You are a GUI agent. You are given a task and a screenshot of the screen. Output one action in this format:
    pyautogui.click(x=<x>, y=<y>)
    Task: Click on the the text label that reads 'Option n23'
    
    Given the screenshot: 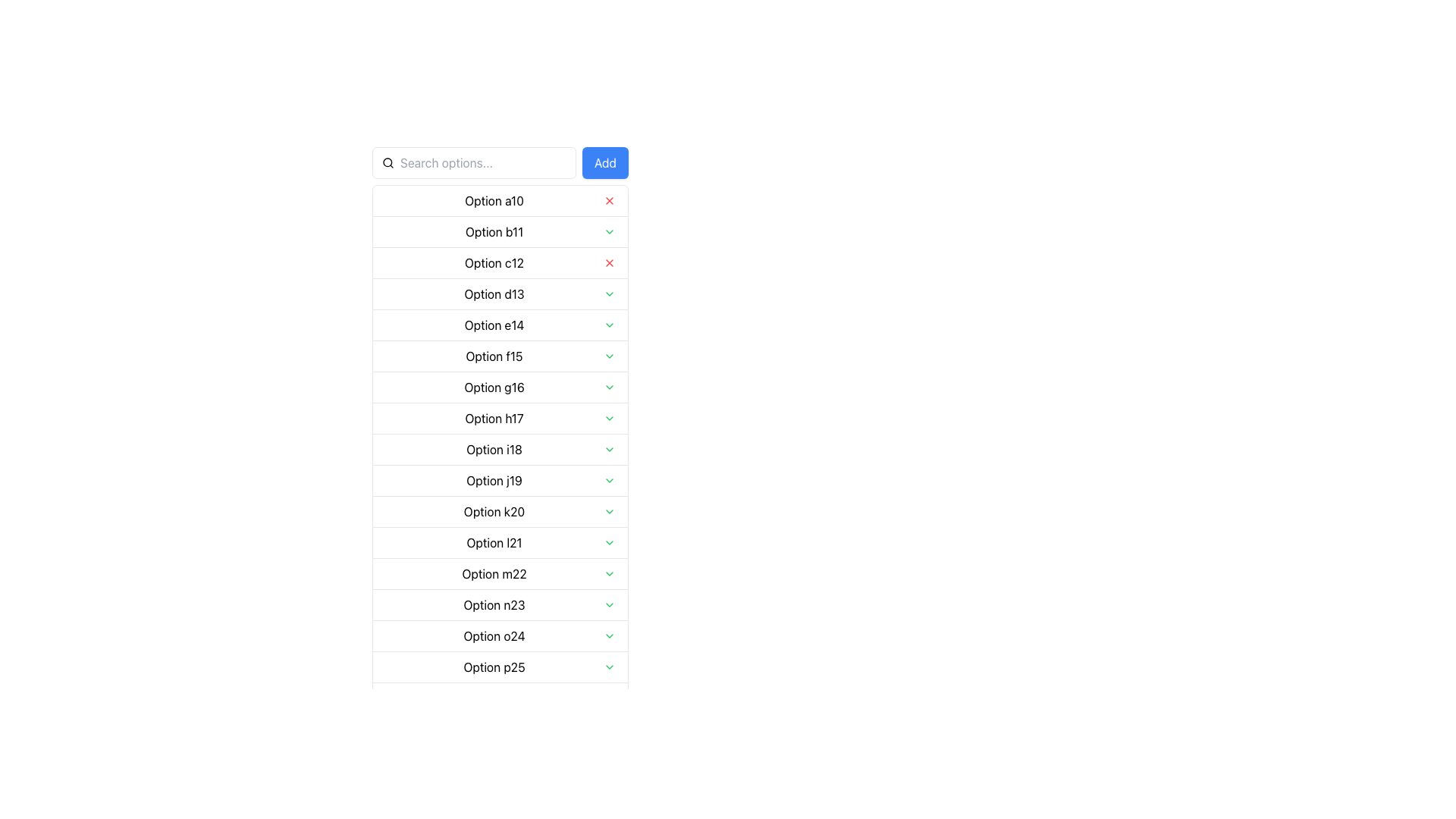 What is the action you would take?
    pyautogui.click(x=494, y=604)
    